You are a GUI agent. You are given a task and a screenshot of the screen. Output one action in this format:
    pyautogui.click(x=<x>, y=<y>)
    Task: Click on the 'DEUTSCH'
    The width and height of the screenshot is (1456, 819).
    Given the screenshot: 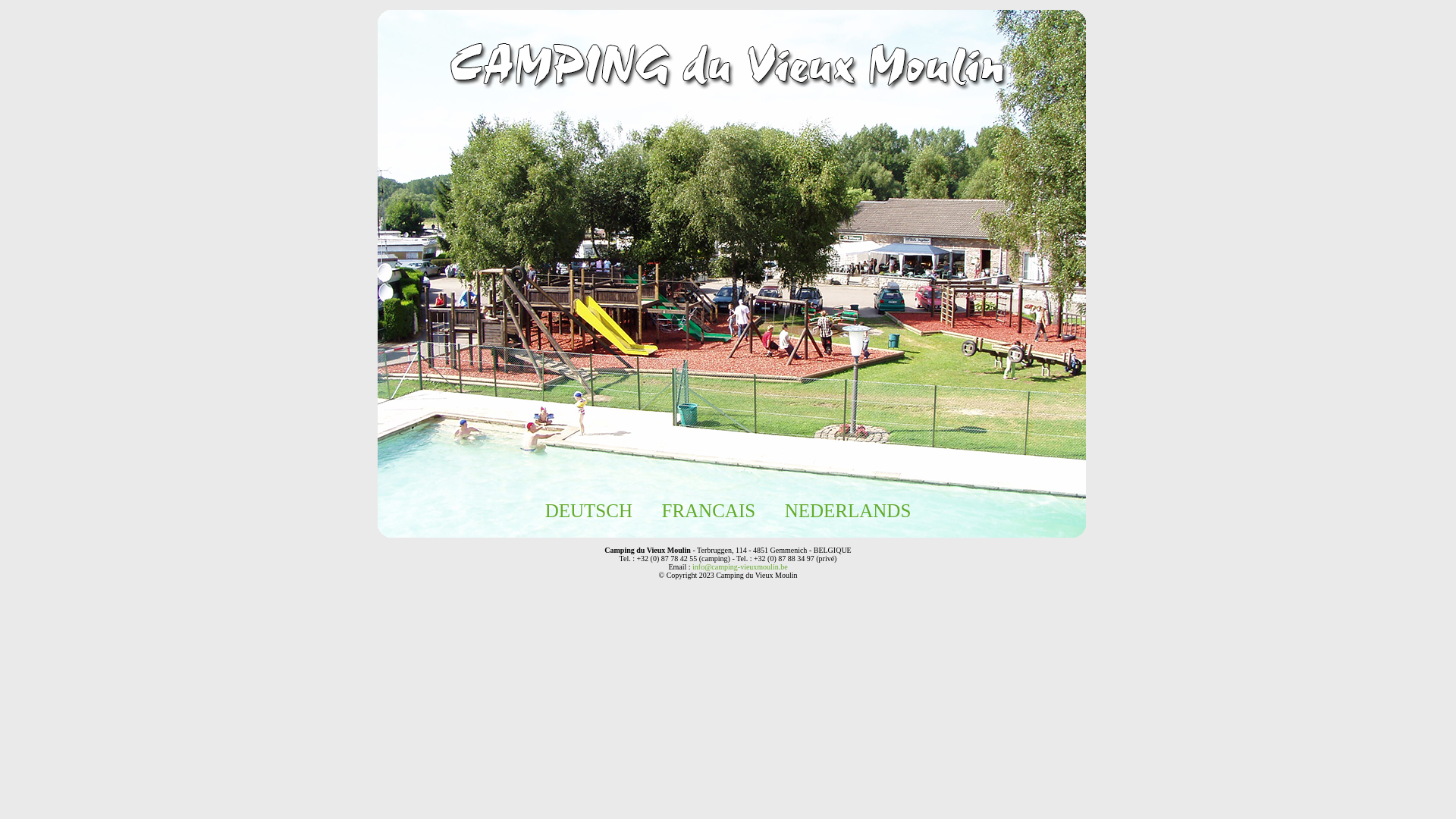 What is the action you would take?
    pyautogui.click(x=588, y=510)
    